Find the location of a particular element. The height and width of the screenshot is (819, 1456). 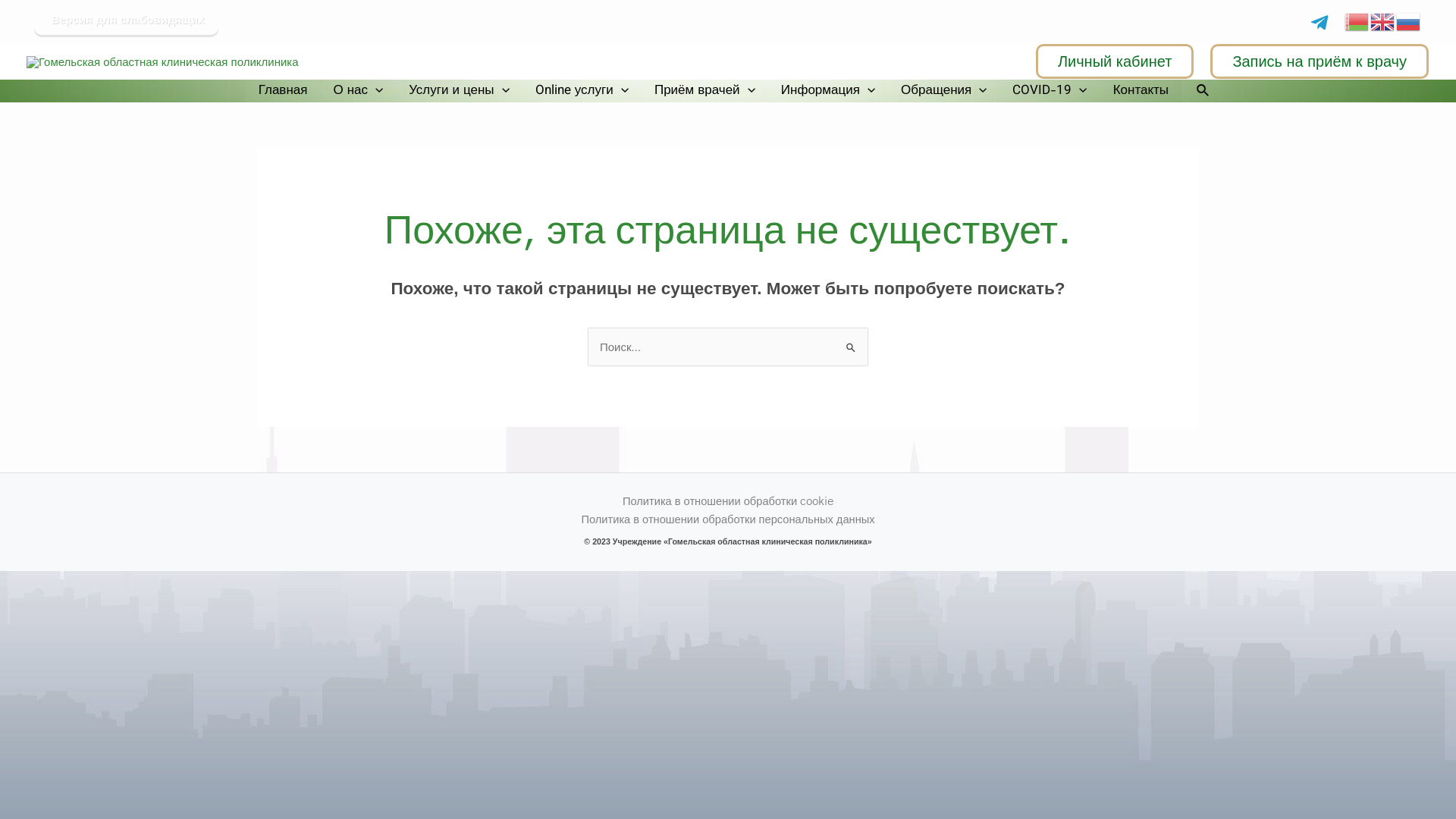

'English' is located at coordinates (1383, 20).